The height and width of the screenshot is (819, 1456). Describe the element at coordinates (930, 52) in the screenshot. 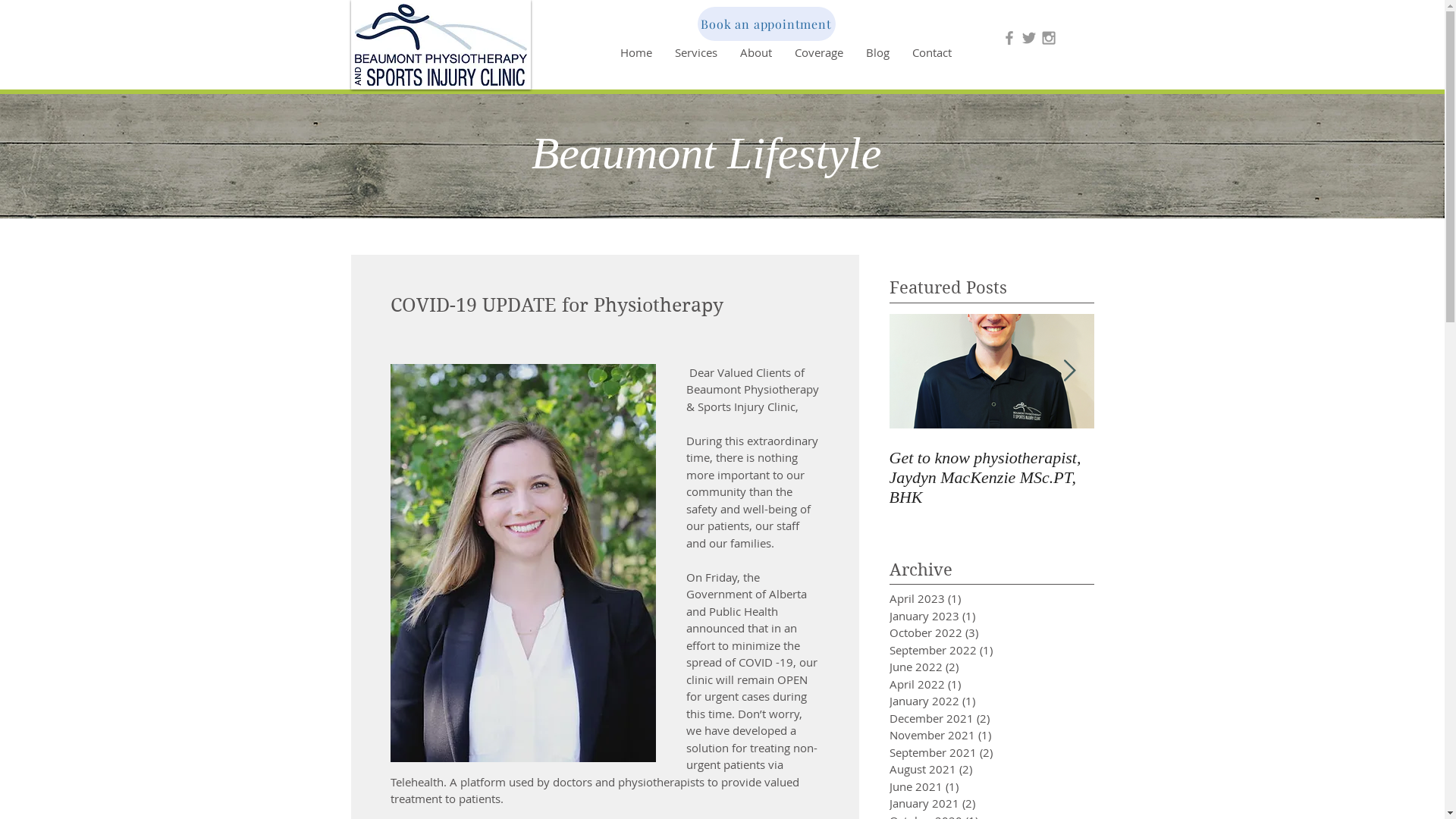

I see `'Contact'` at that location.